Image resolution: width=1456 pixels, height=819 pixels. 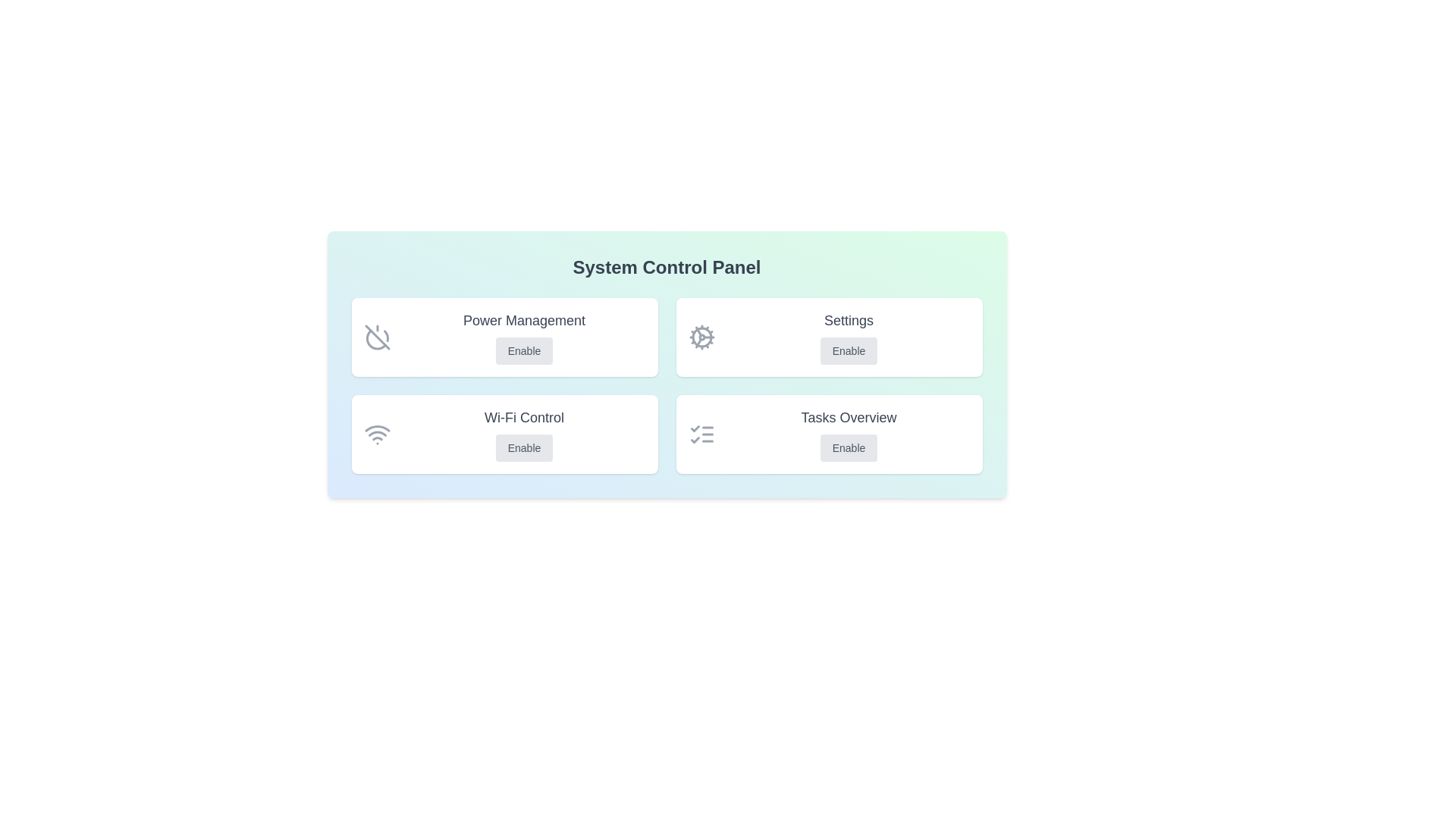 I want to click on the checklist icon in the 'Tasks Overview' card, which is positioned centrally in the interface, to the left of the 'Enable' button and below the 'Tasks Overview' text, so click(x=701, y=435).